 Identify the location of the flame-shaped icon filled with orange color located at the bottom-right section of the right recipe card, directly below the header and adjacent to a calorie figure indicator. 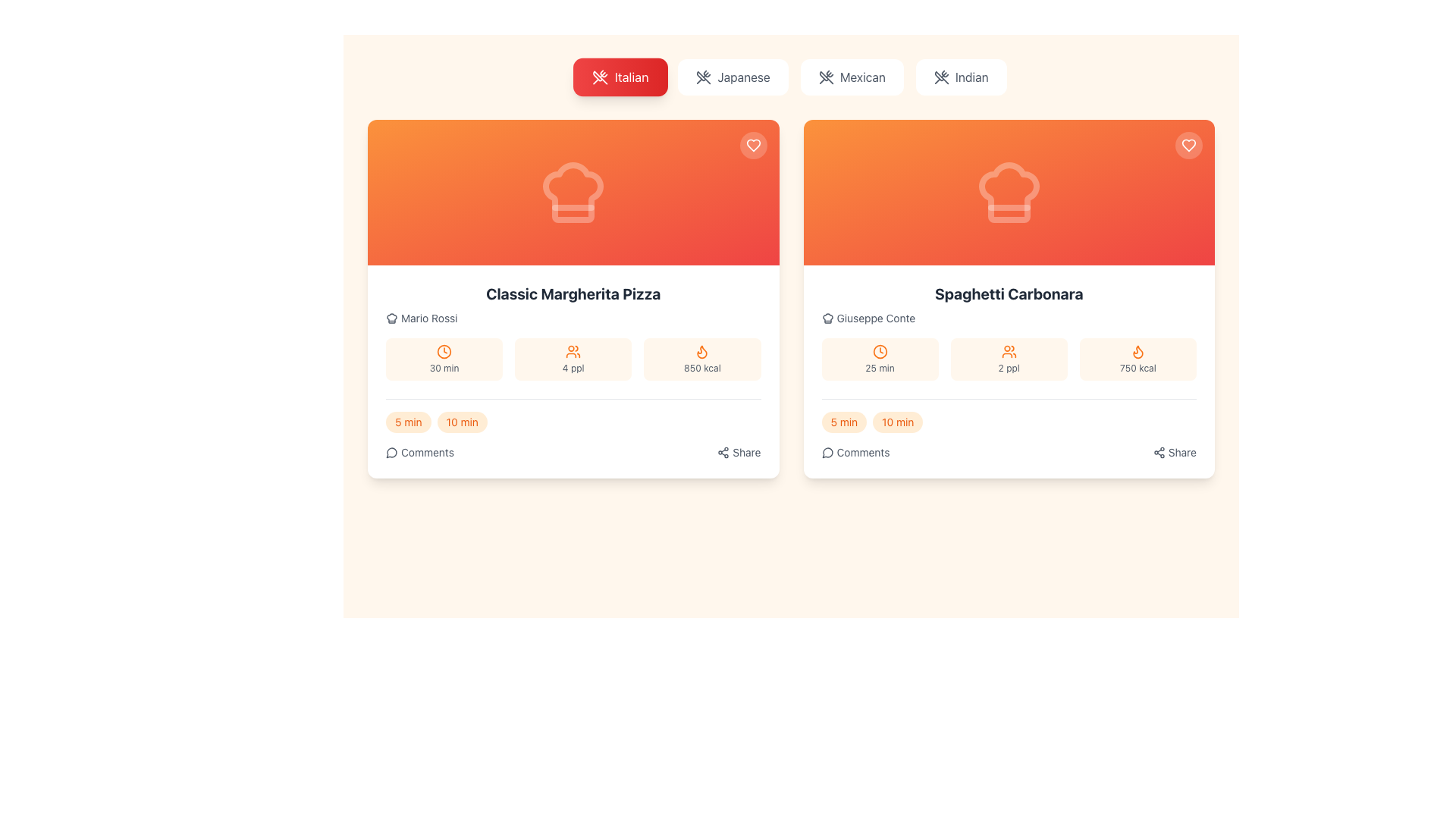
(701, 352).